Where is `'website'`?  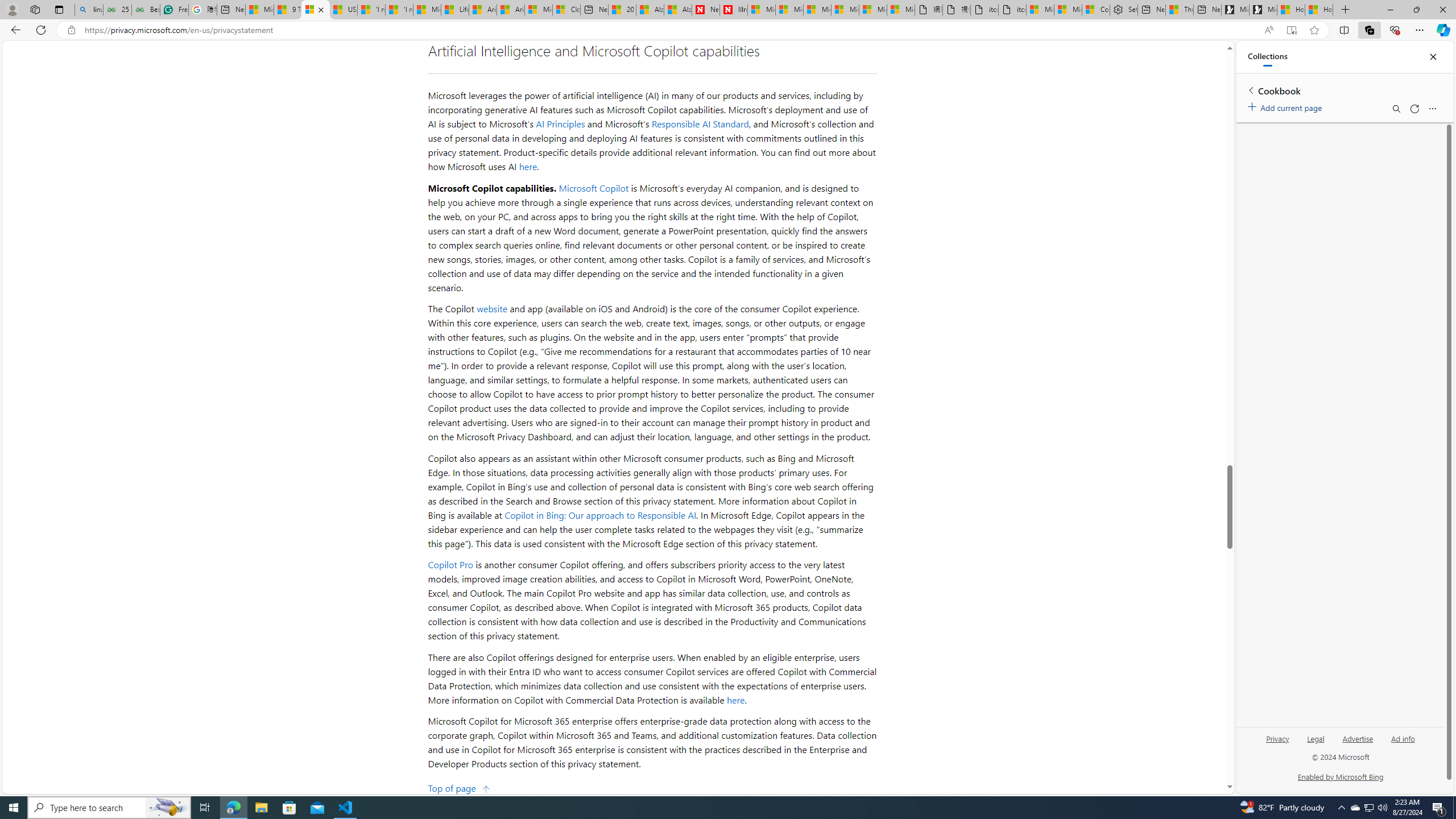
'website' is located at coordinates (491, 308).